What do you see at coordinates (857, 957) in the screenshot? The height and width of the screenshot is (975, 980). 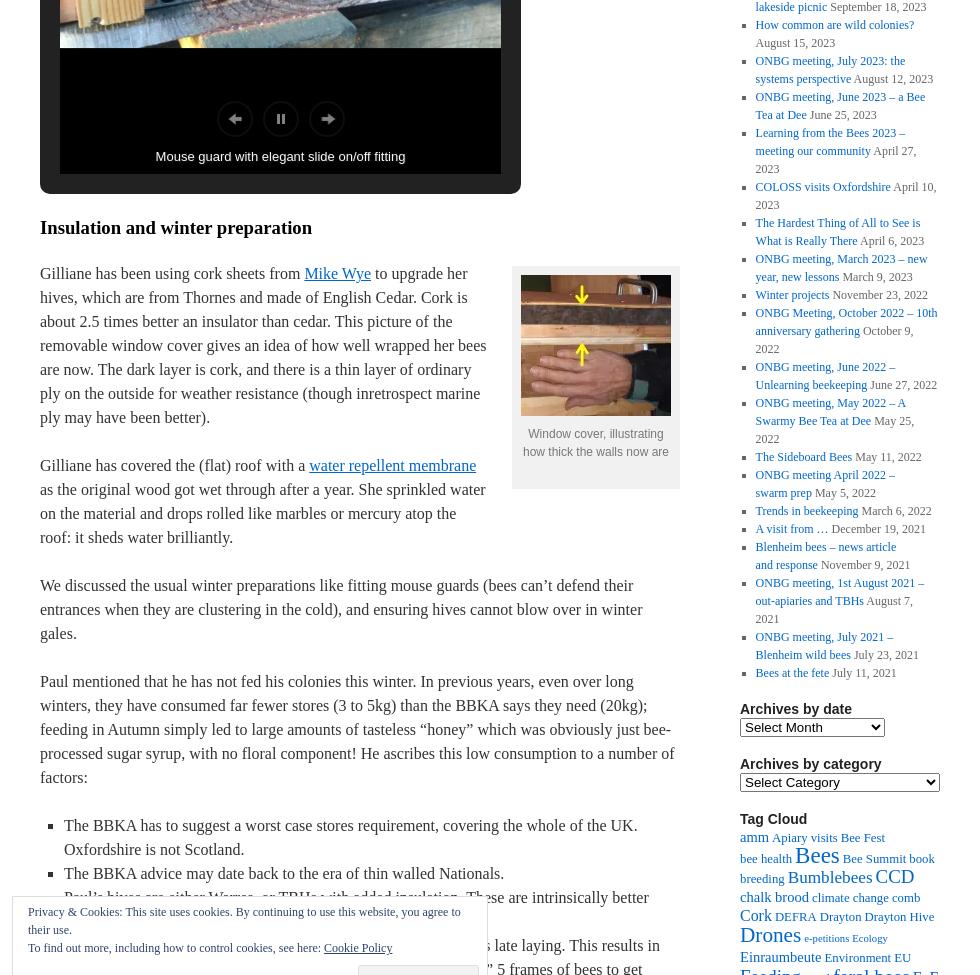 I see `'Environment'` at bounding box center [857, 957].